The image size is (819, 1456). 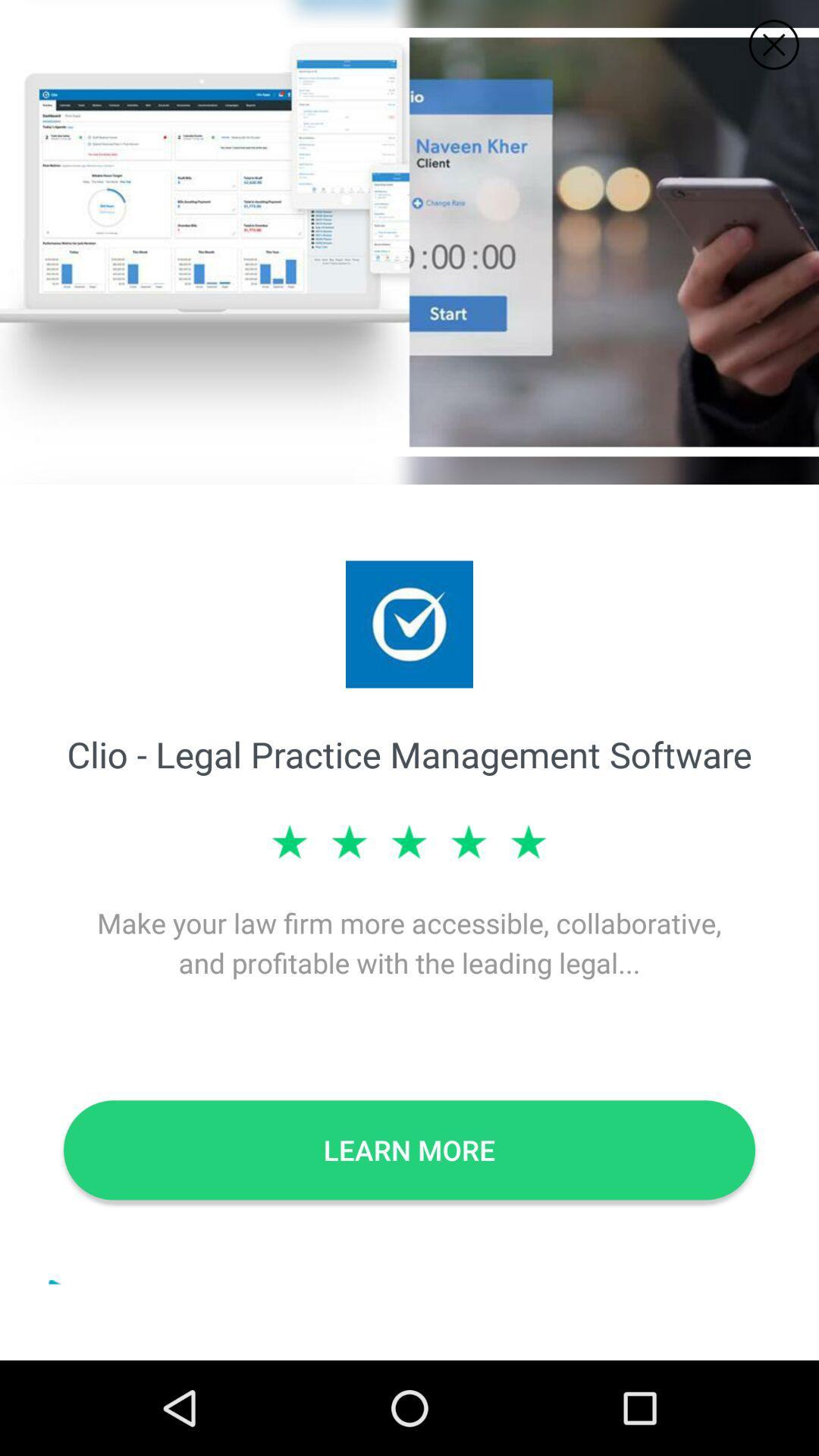 I want to click on the close icon, so click(x=773, y=45).